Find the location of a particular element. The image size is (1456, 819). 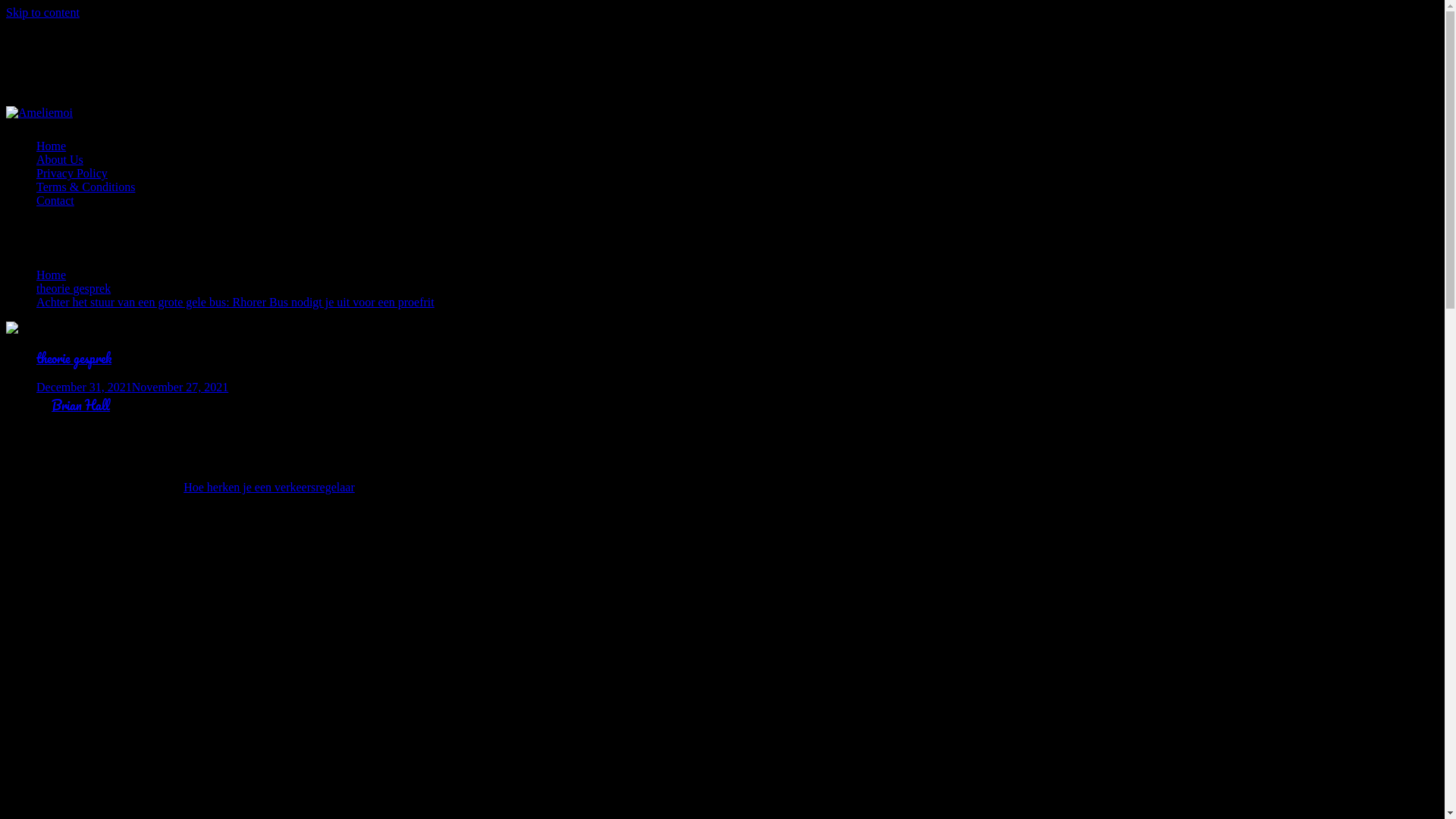

'Brian Hall' is located at coordinates (80, 403).